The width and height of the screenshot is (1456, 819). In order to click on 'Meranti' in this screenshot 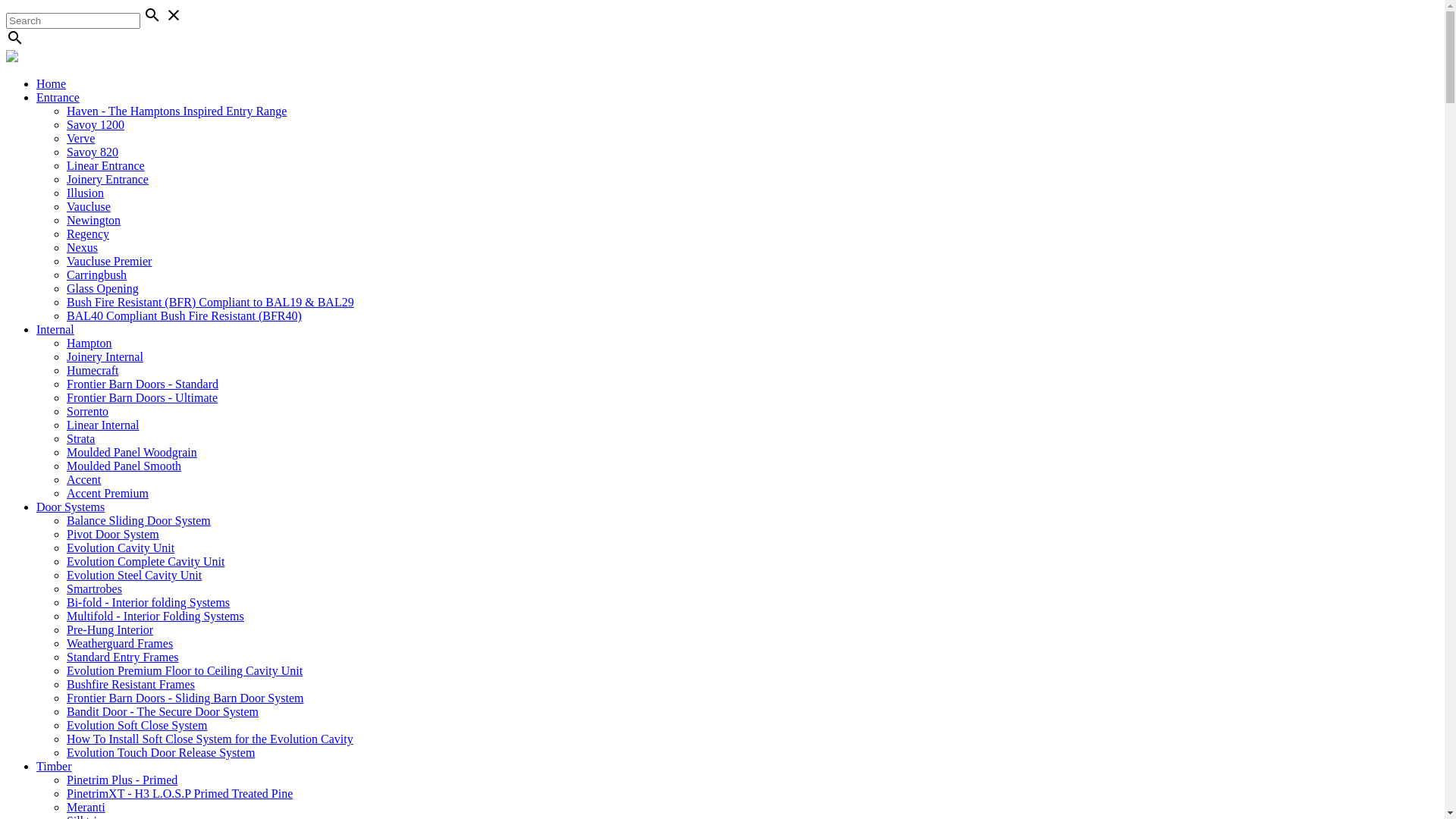, I will do `click(85, 806)`.